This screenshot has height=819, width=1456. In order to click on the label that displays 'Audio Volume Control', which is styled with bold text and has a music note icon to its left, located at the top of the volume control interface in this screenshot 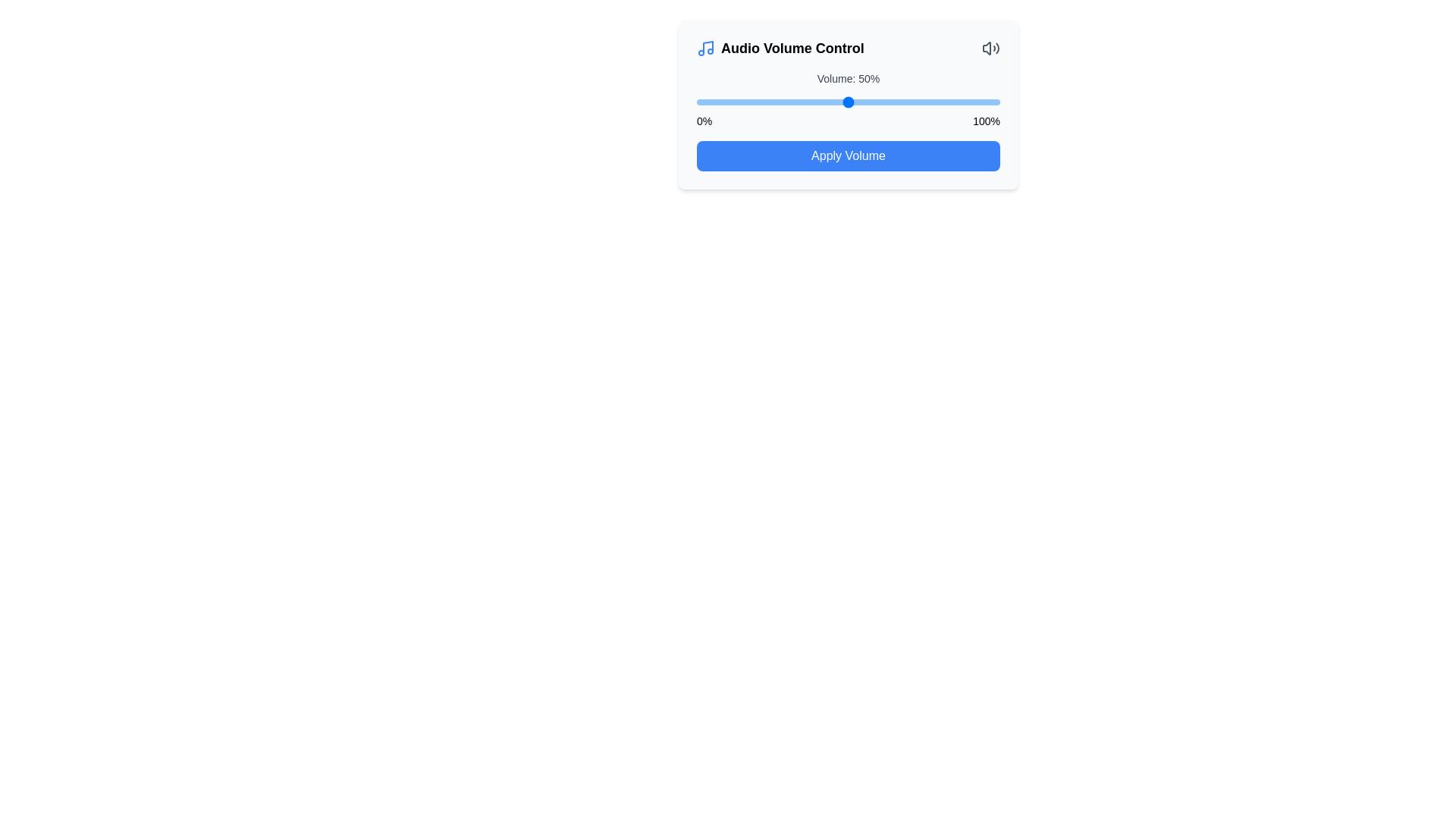, I will do `click(780, 48)`.